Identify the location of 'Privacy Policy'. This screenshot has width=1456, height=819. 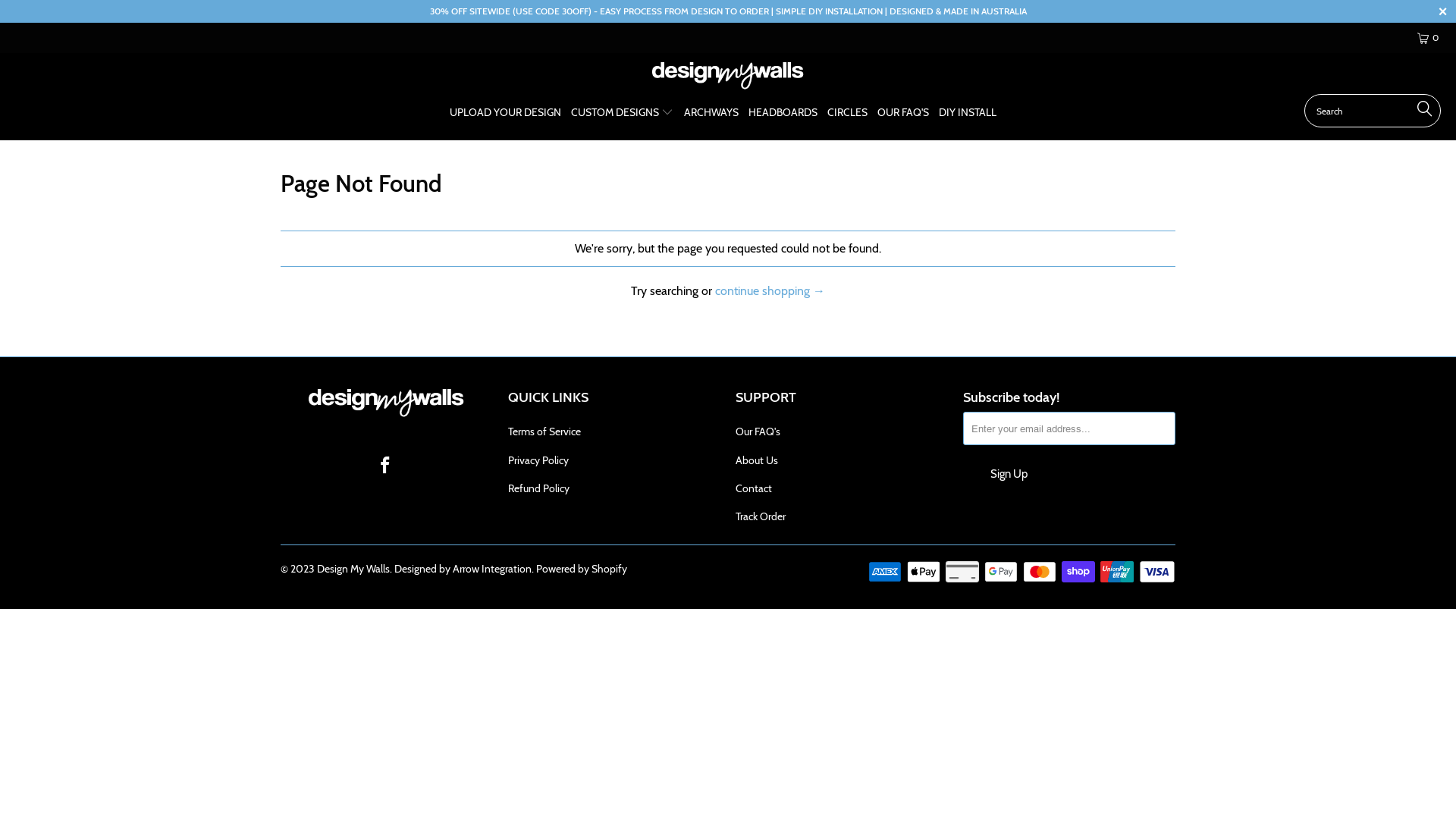
(508, 459).